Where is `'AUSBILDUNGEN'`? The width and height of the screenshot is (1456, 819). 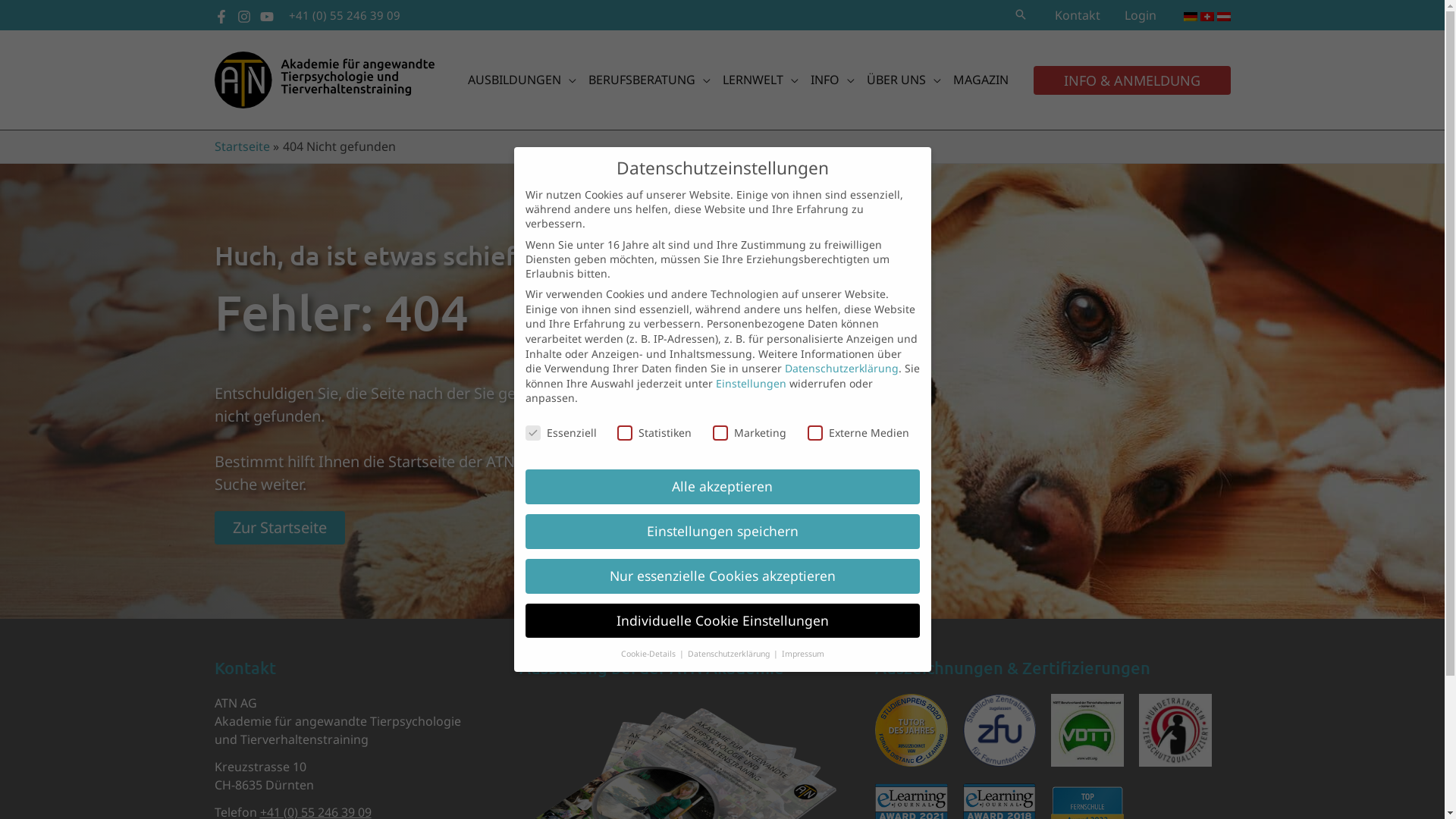
'AUSBILDUNGEN' is located at coordinates (521, 80).